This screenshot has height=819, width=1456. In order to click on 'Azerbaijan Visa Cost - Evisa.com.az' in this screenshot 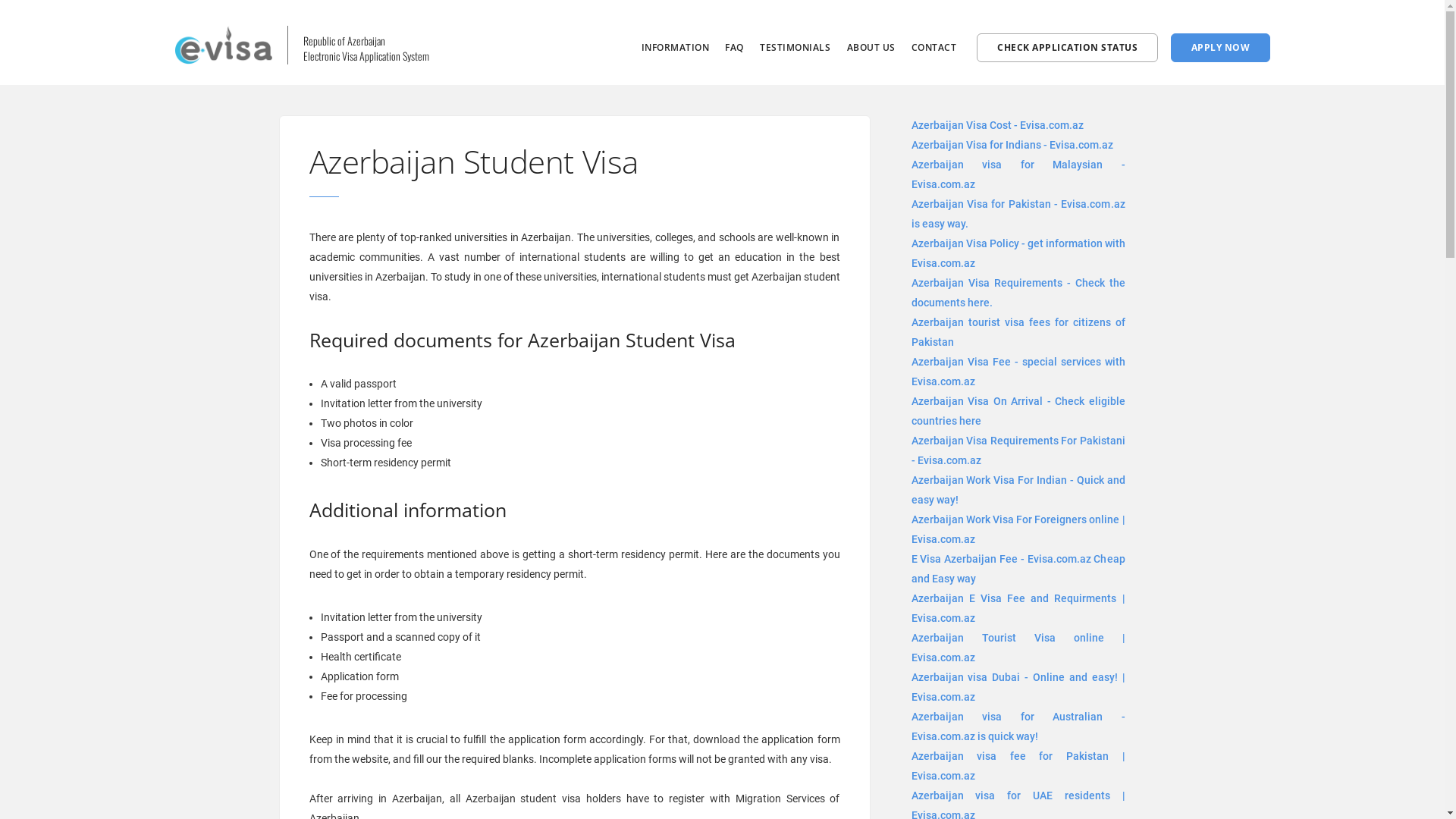, I will do `click(997, 124)`.